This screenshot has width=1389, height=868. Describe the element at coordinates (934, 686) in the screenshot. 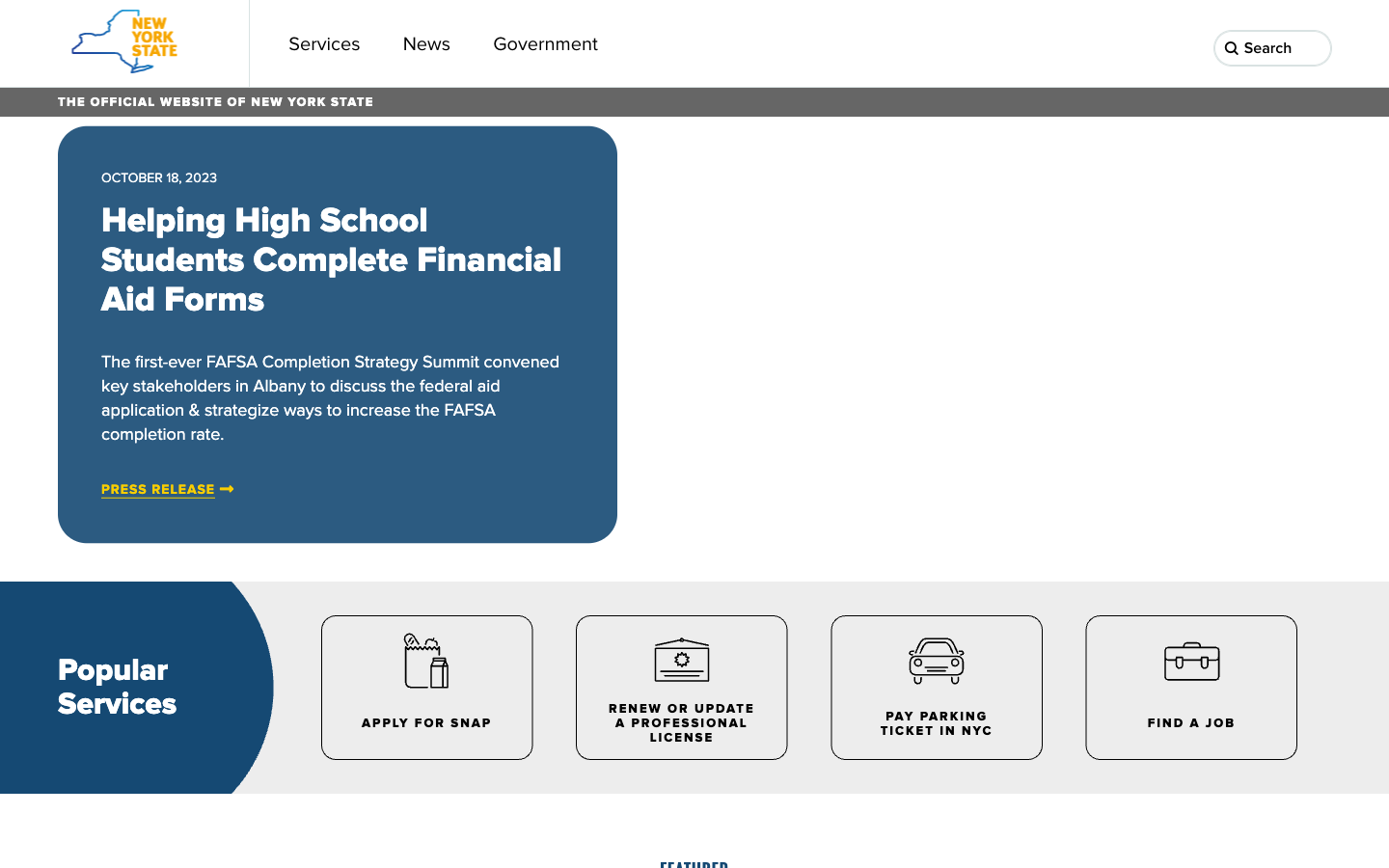

I see `the page to pay parking ticket in NYC from the lower panel` at that location.